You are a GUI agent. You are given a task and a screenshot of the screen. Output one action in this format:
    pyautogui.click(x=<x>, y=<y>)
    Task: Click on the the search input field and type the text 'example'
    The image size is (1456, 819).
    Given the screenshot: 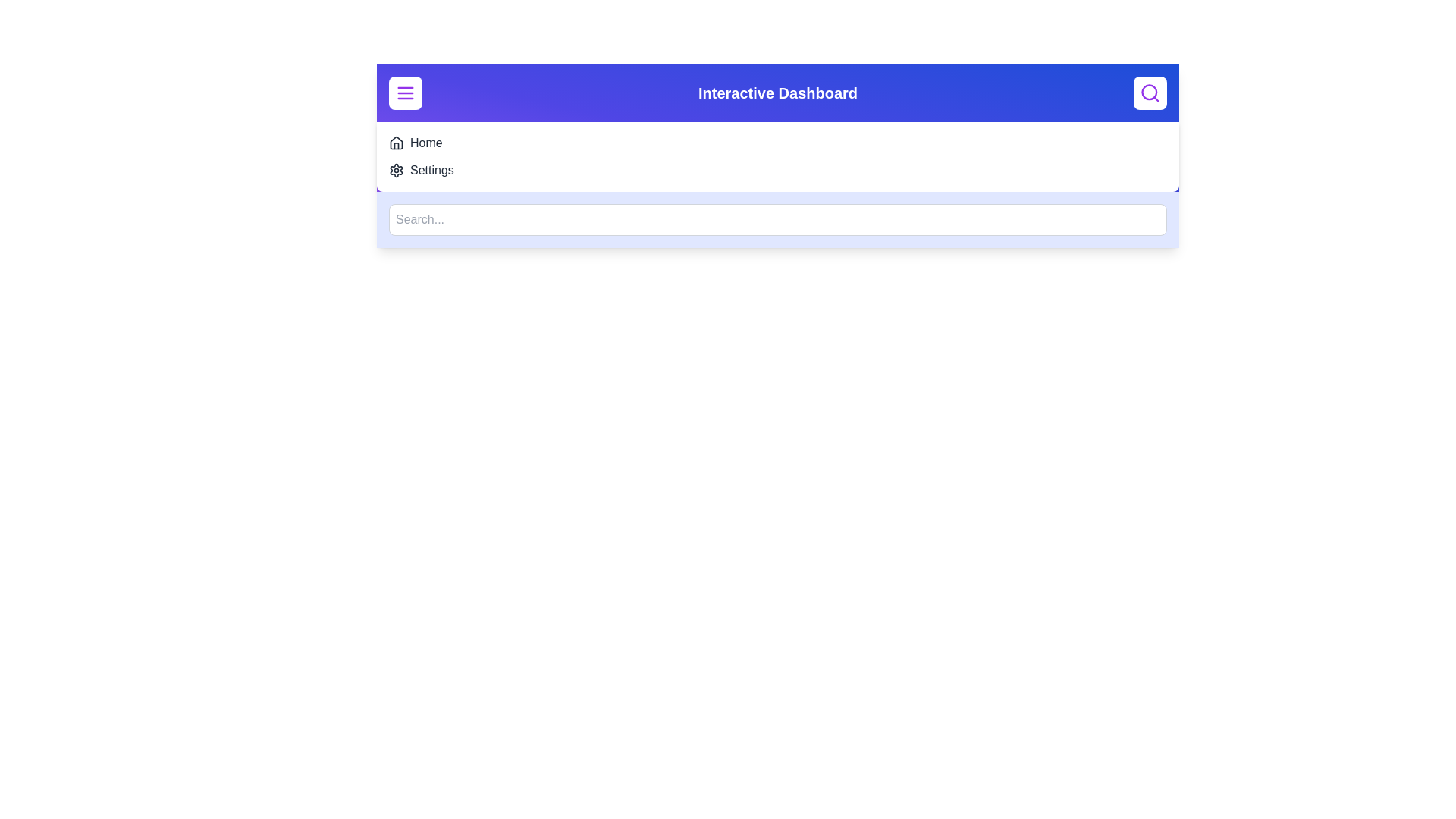 What is the action you would take?
    pyautogui.click(x=778, y=219)
    